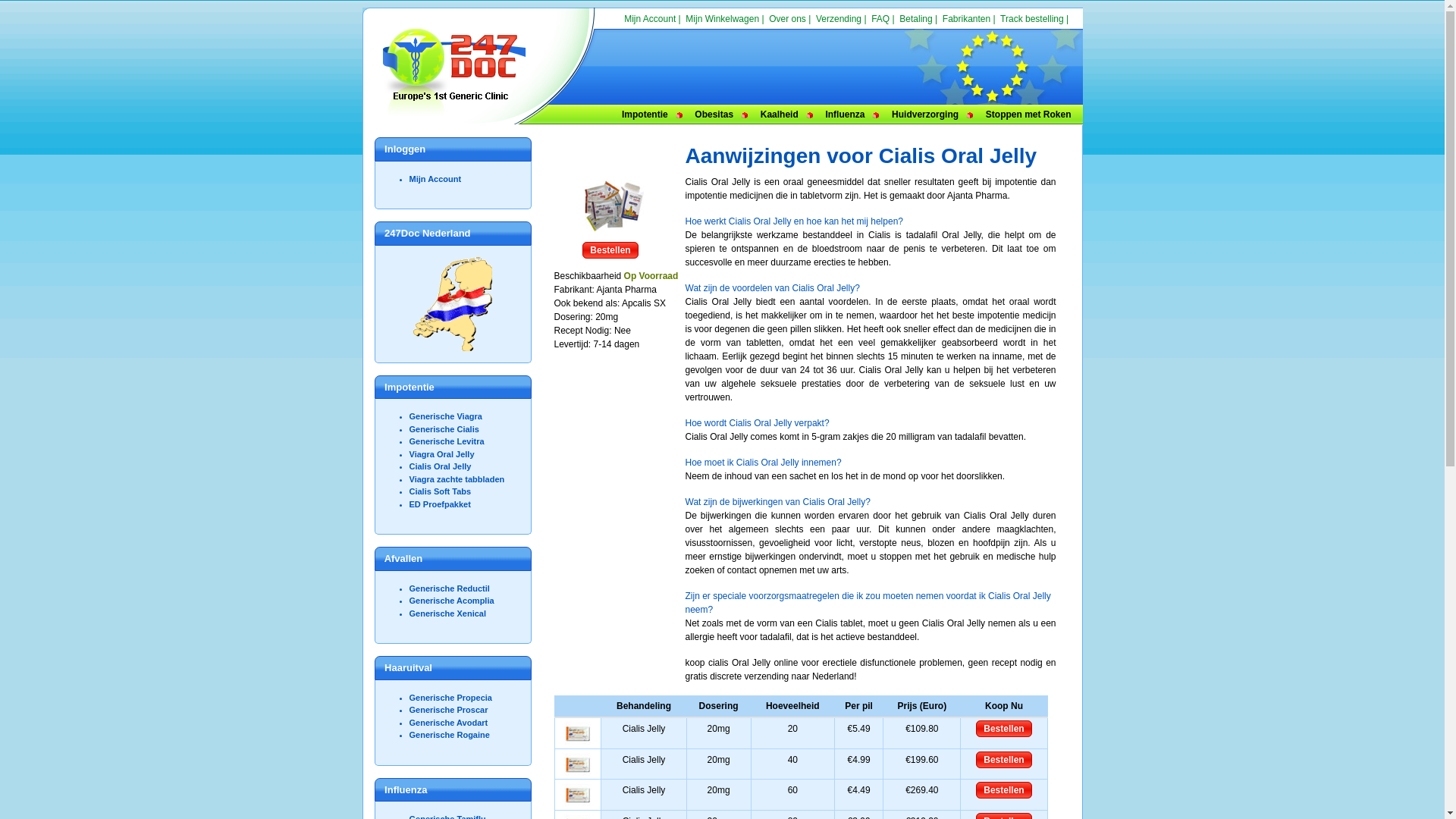  Describe the element at coordinates (965, 18) in the screenshot. I see `'Fabrikanten'` at that location.